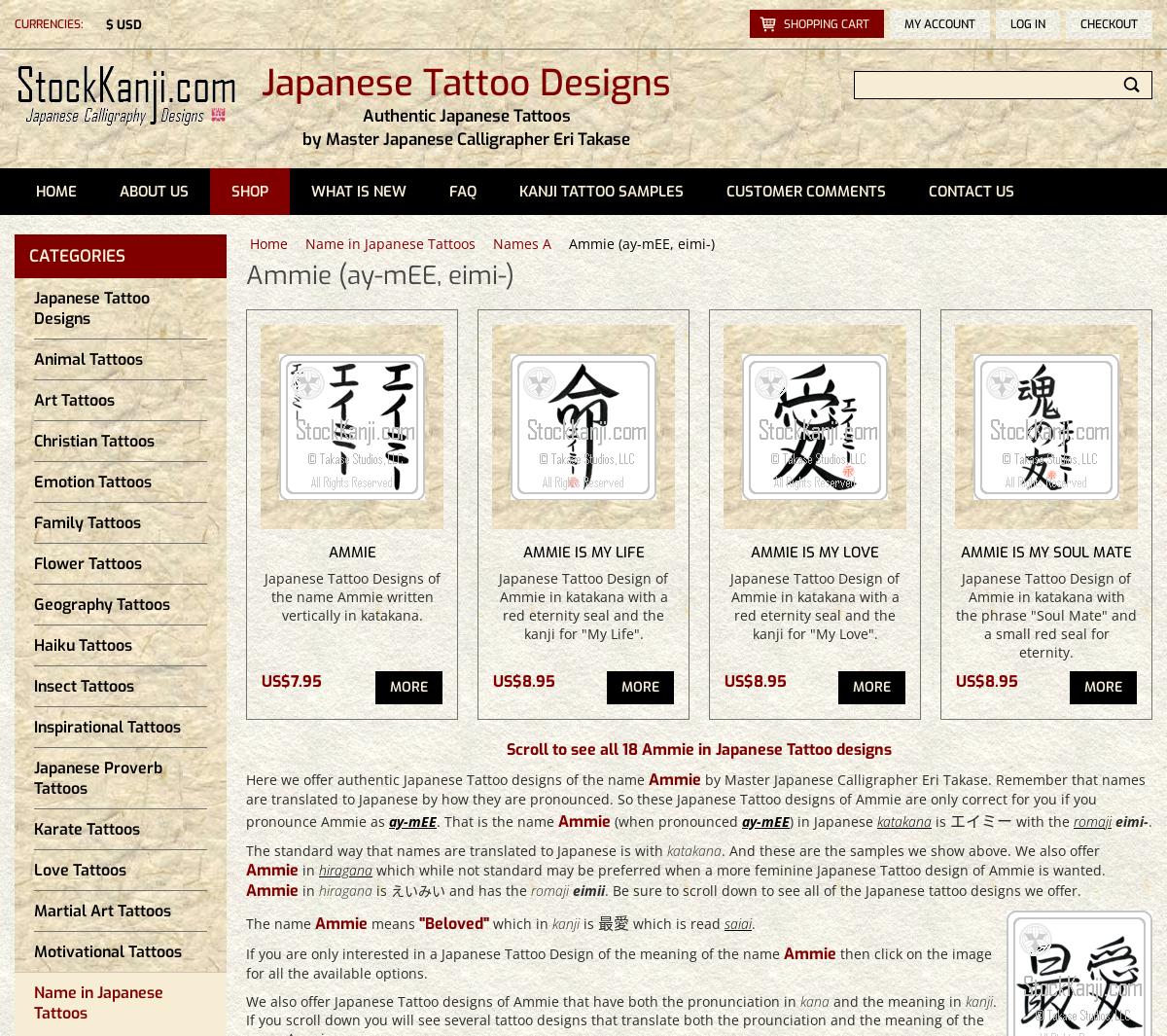 This screenshot has height=1036, width=1167. I want to click on 'About Us', so click(153, 191).